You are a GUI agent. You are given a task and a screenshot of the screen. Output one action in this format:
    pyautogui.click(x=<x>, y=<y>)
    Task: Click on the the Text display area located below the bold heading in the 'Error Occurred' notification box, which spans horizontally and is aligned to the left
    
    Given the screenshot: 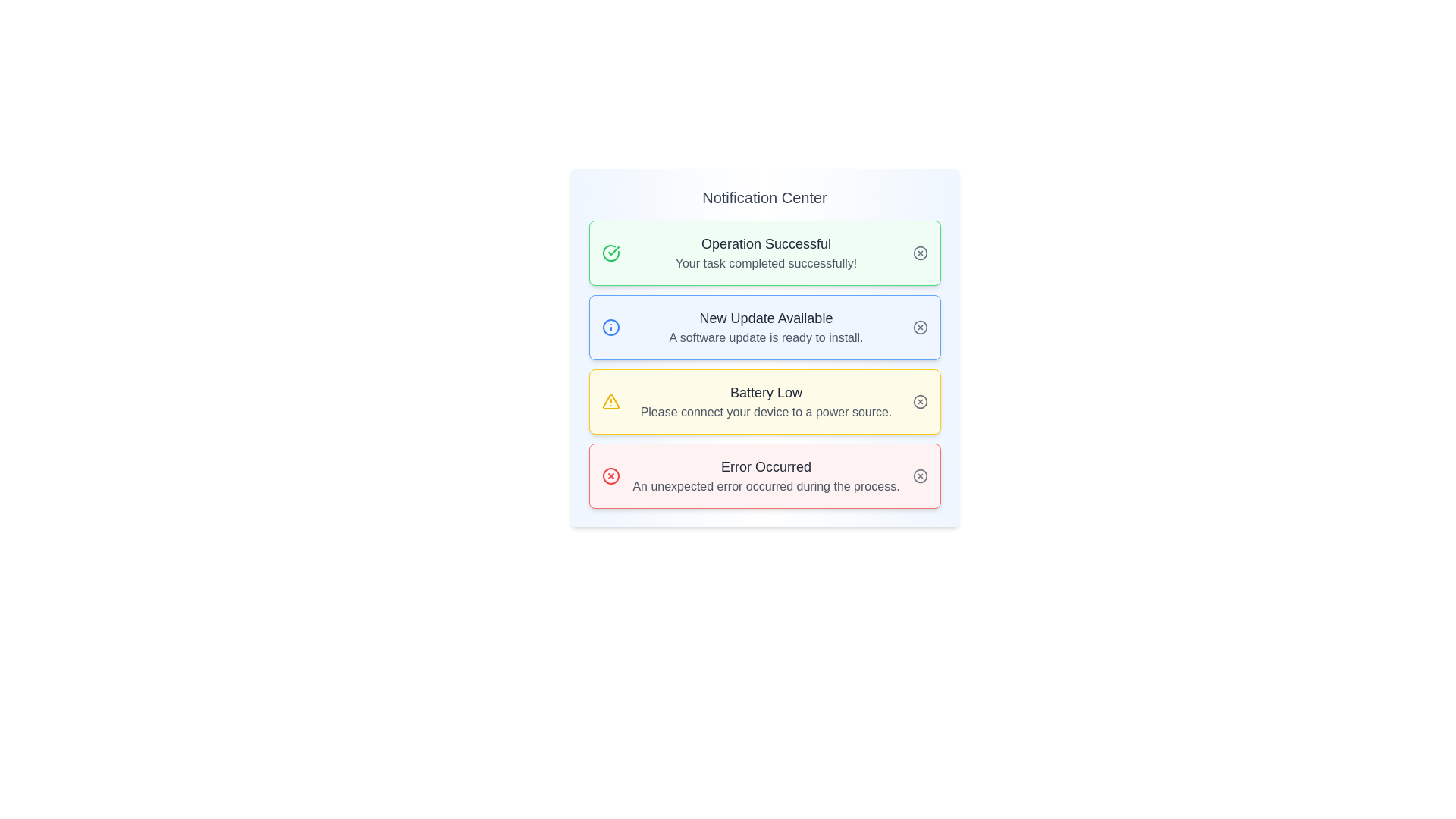 What is the action you would take?
    pyautogui.click(x=766, y=486)
    